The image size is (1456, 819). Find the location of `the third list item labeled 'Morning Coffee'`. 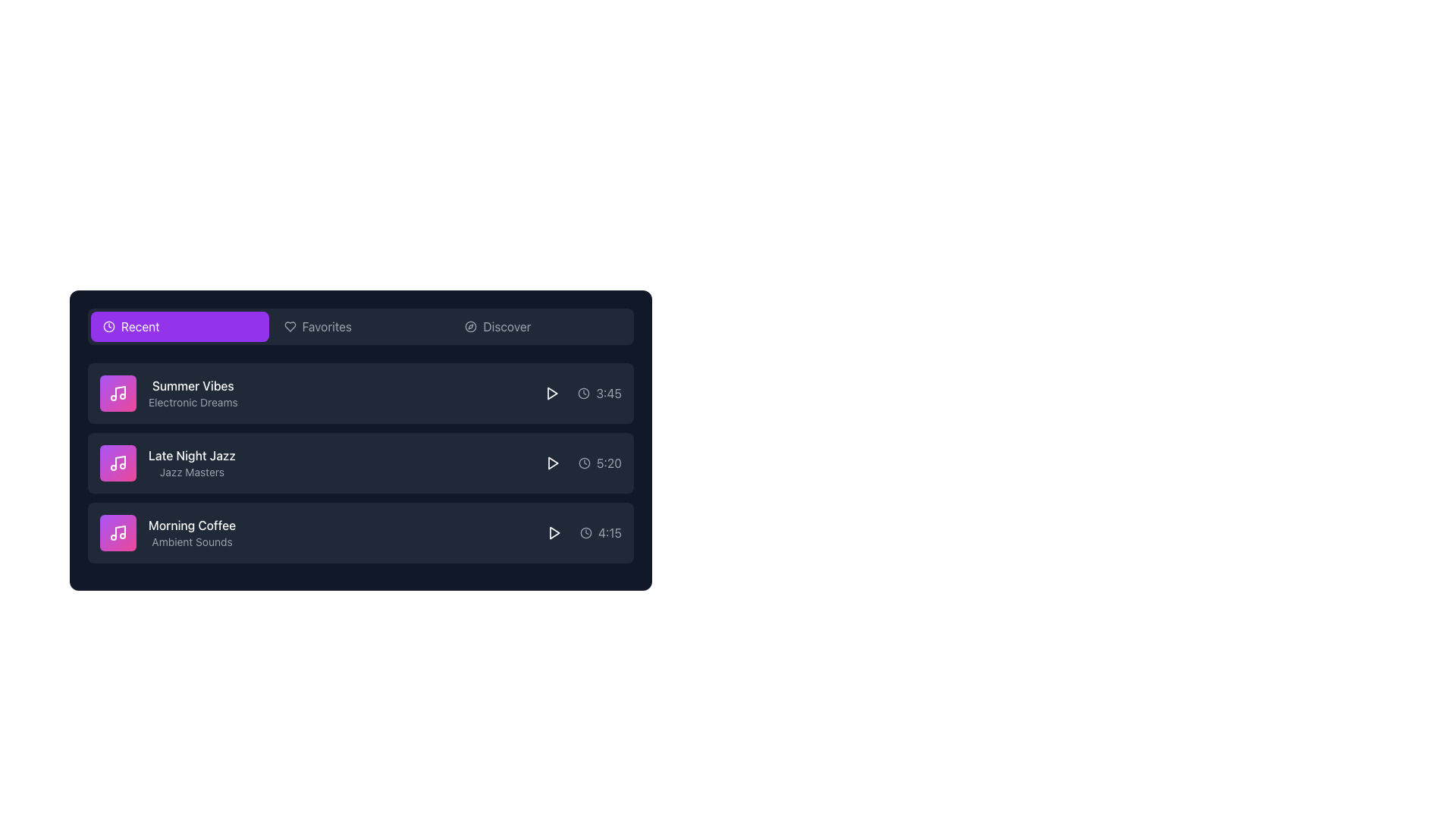

the third list item labeled 'Morning Coffee' is located at coordinates (191, 532).